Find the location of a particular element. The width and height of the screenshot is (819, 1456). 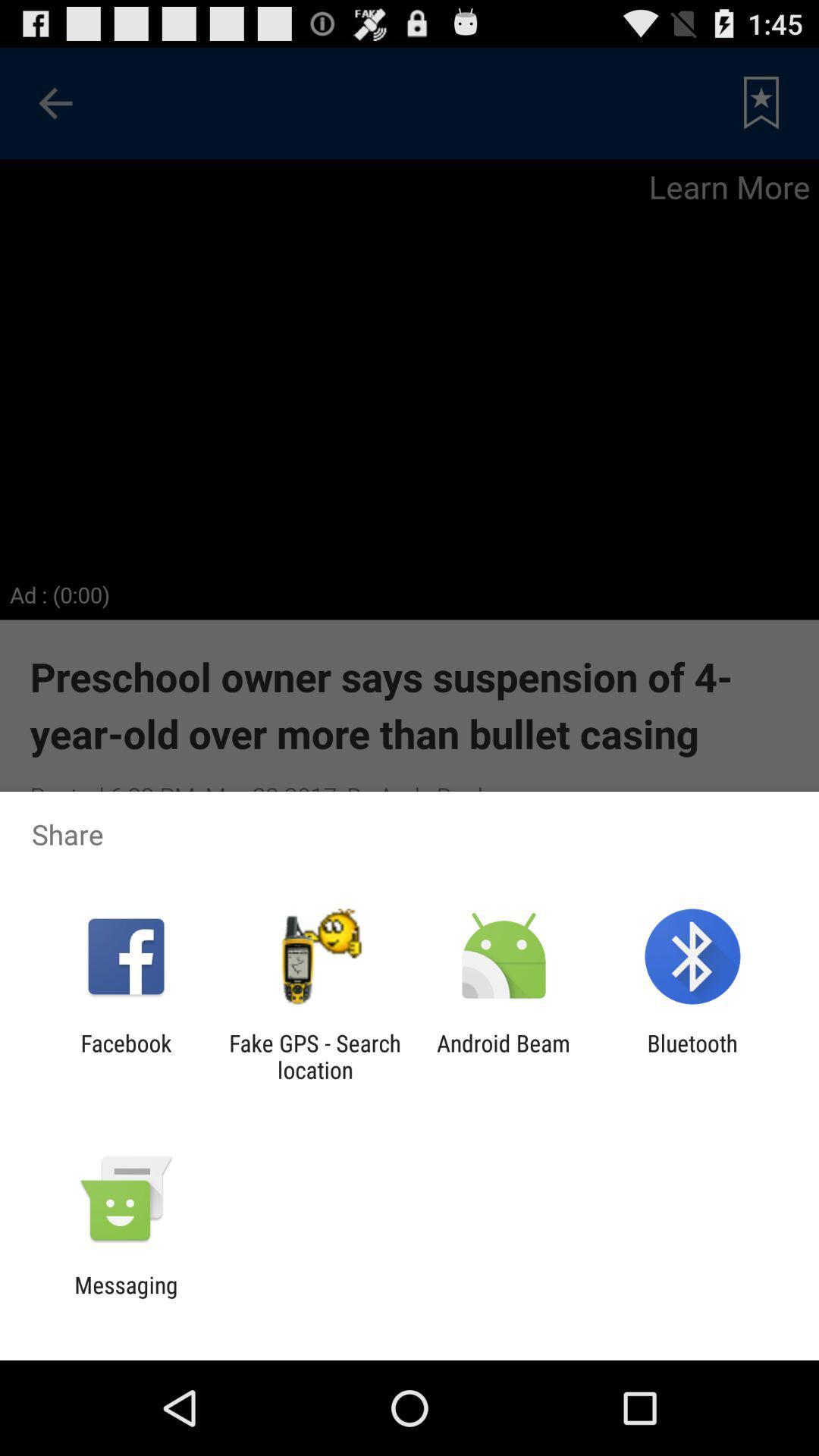

android beam icon is located at coordinates (504, 1056).